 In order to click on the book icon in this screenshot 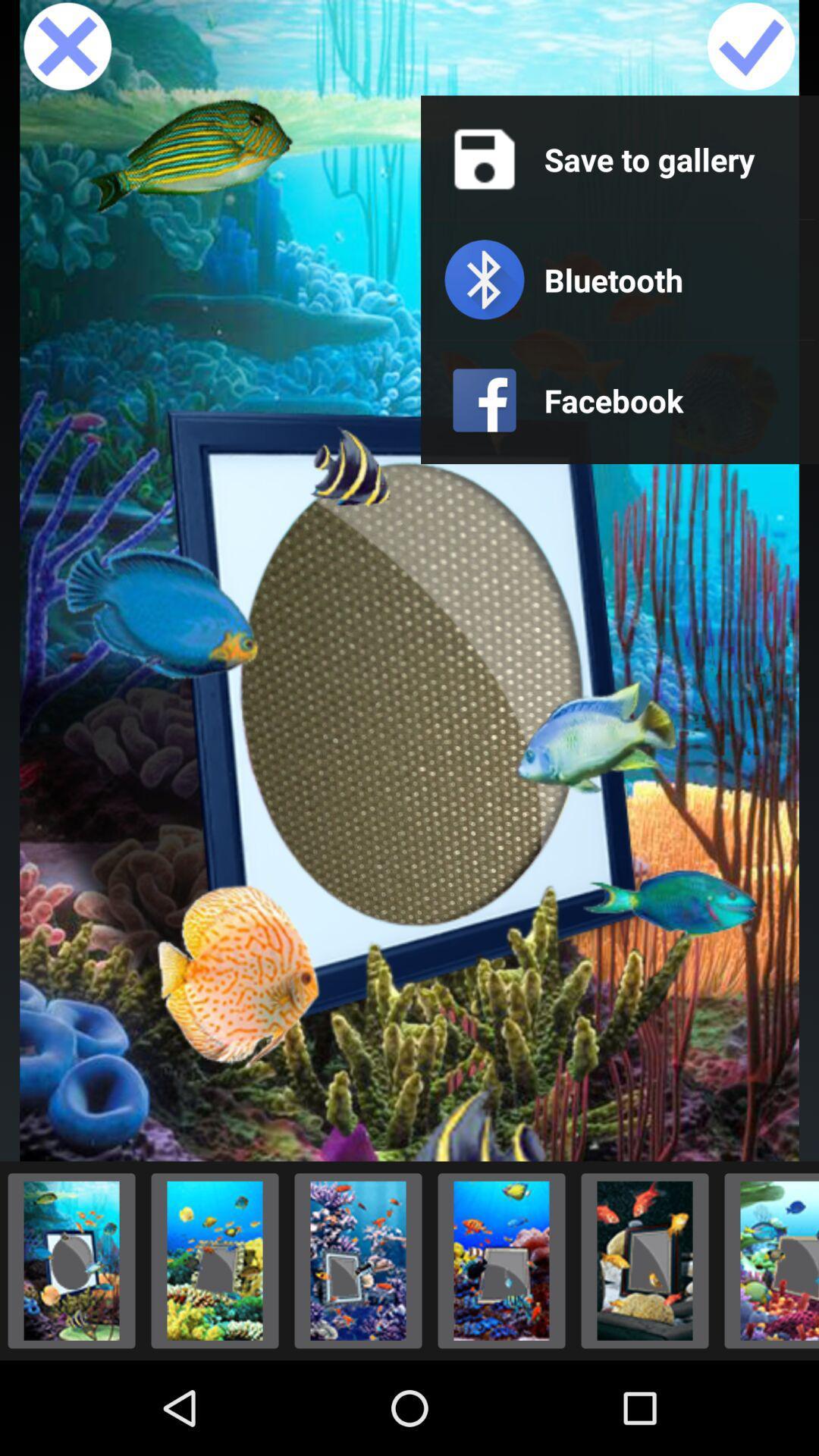, I will do `click(215, 1349)`.